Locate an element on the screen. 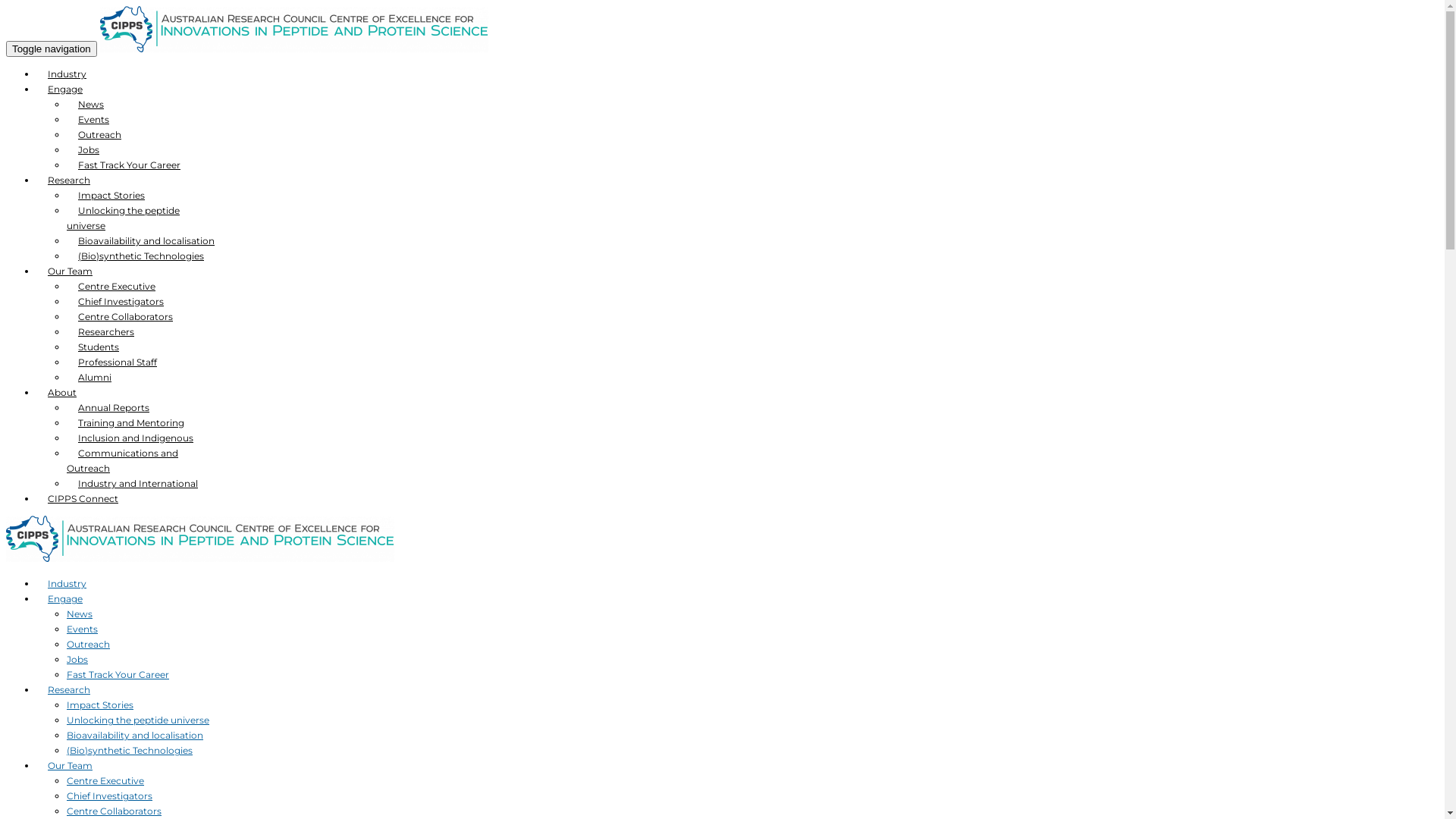 The width and height of the screenshot is (1456, 819). 'Our Team' is located at coordinates (69, 765).